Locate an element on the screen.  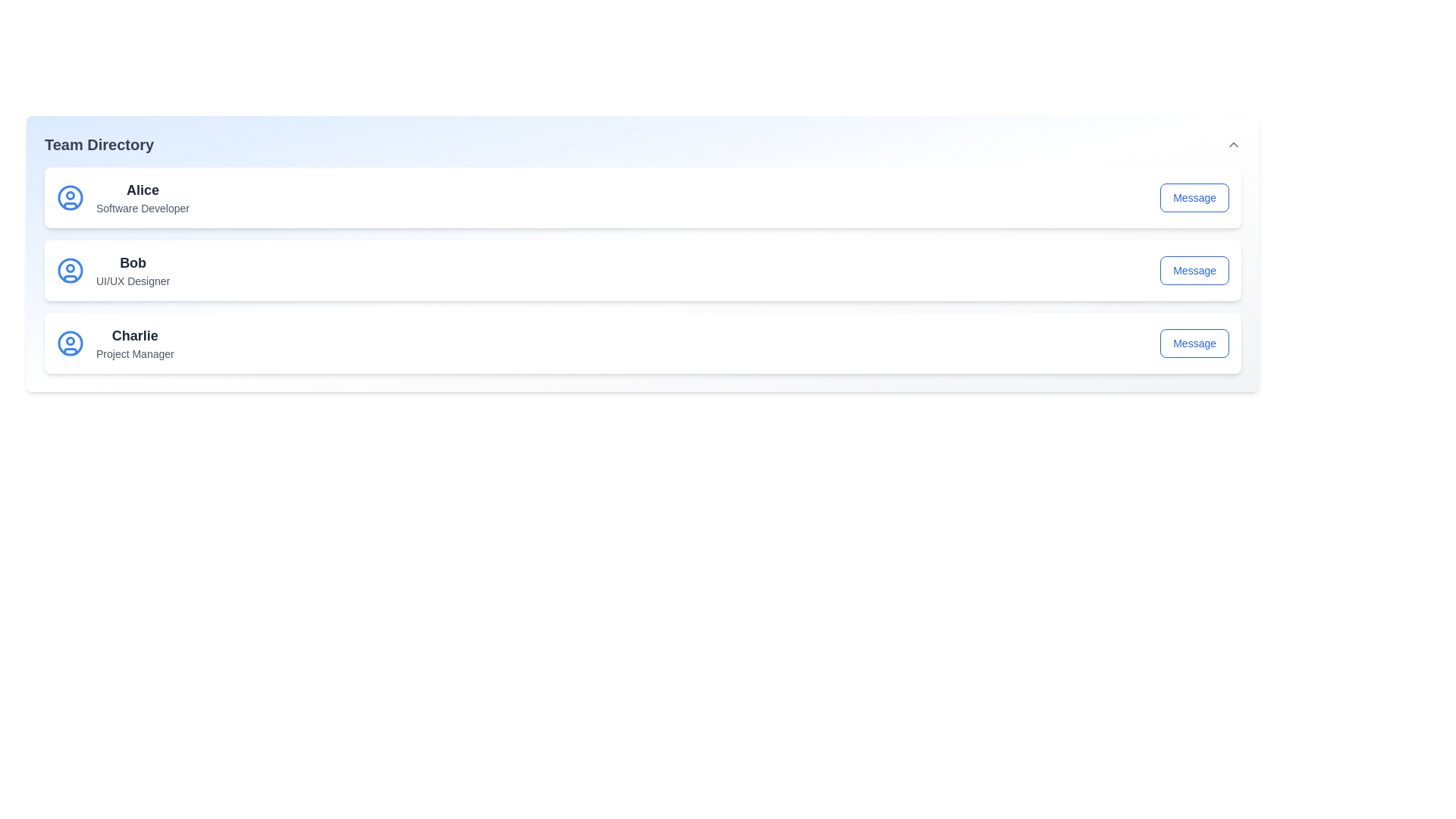
the small, interactive upward-pointing chevron icon located at the upper right corner of the 'Team Directory' header bar is located at coordinates (1234, 145).